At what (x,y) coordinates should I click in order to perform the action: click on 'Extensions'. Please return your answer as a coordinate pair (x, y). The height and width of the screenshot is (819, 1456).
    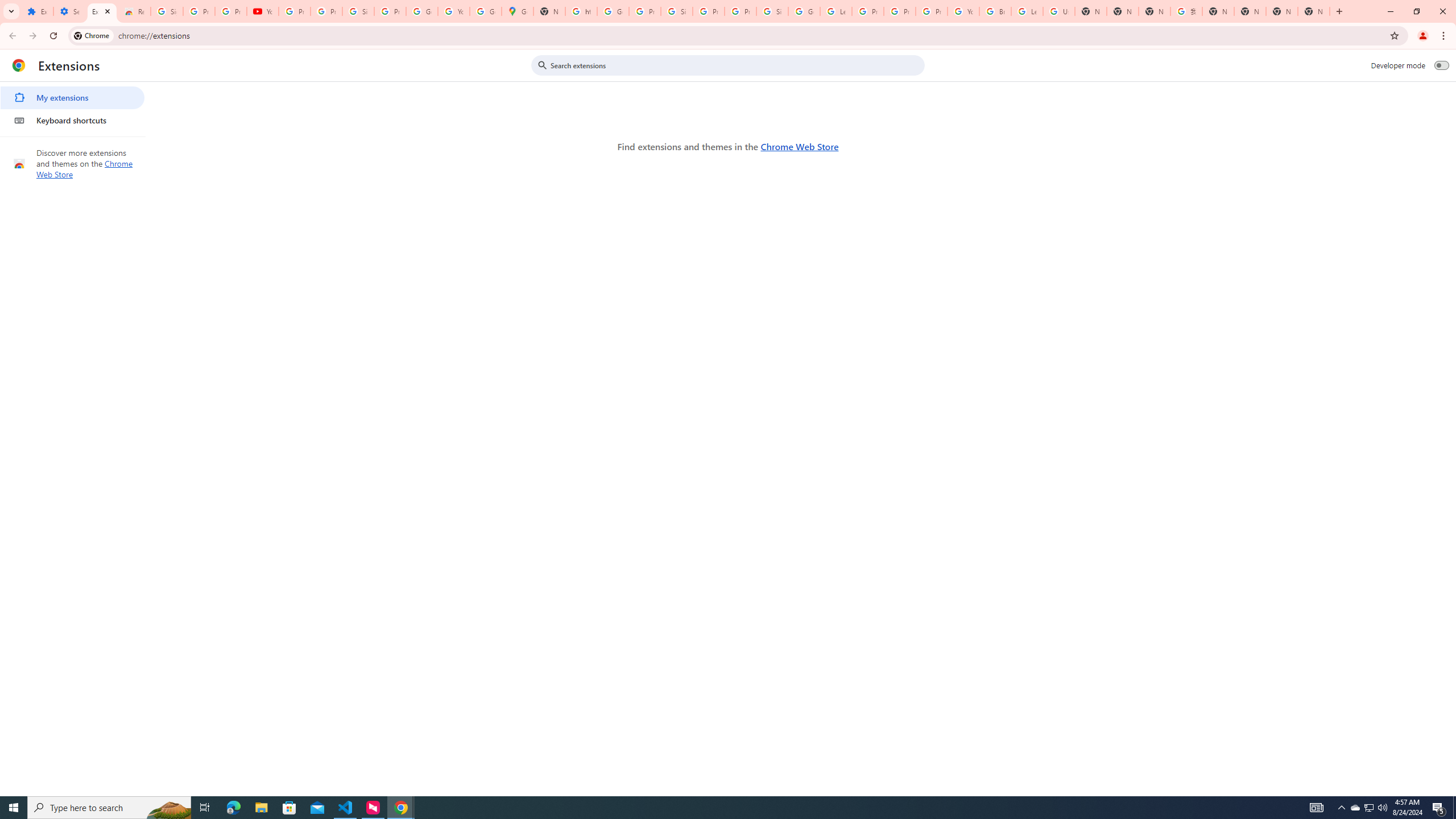
    Looking at the image, I should click on (37, 11).